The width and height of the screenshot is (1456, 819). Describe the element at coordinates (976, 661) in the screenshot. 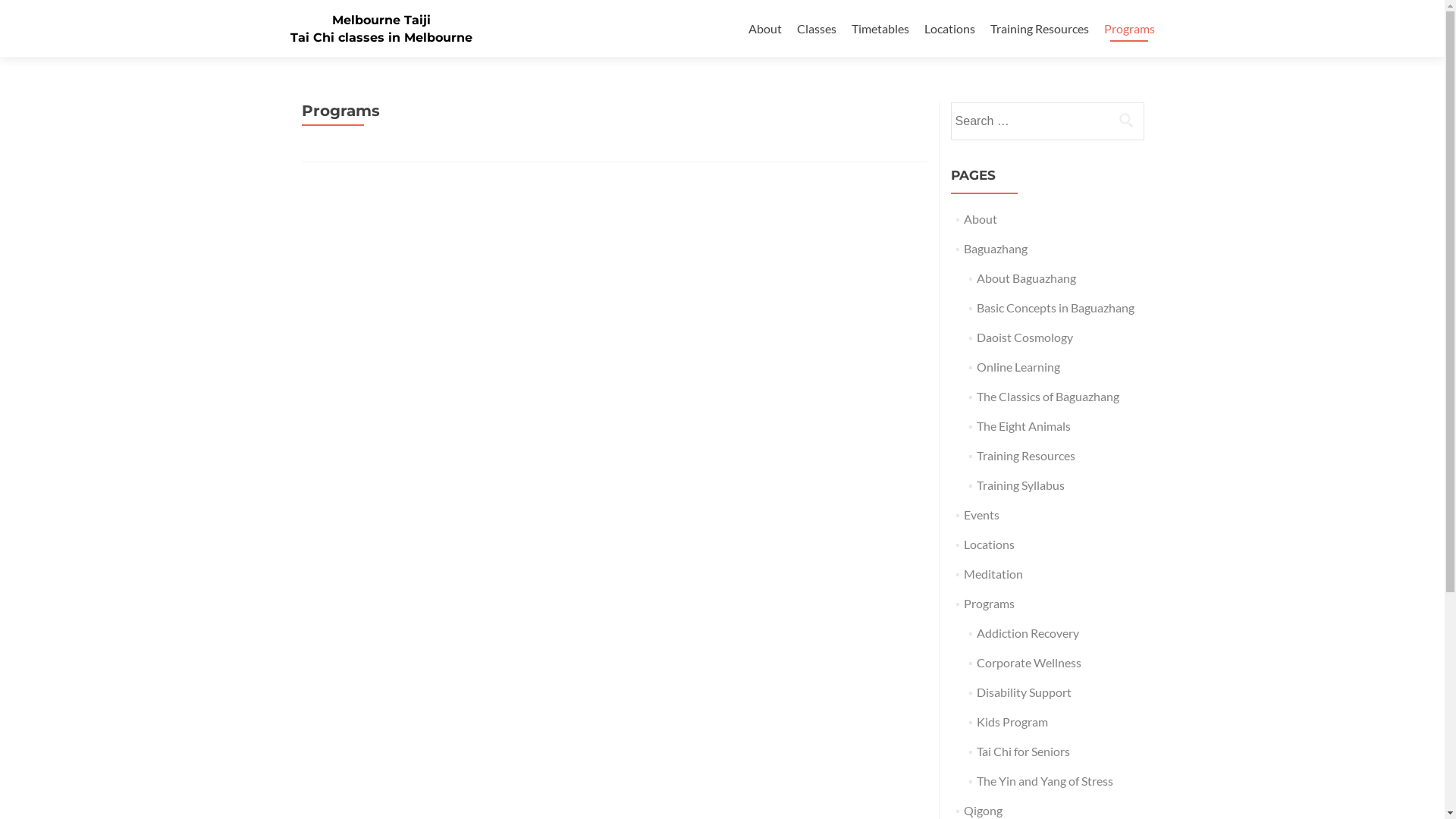

I see `'Corporate Wellness'` at that location.